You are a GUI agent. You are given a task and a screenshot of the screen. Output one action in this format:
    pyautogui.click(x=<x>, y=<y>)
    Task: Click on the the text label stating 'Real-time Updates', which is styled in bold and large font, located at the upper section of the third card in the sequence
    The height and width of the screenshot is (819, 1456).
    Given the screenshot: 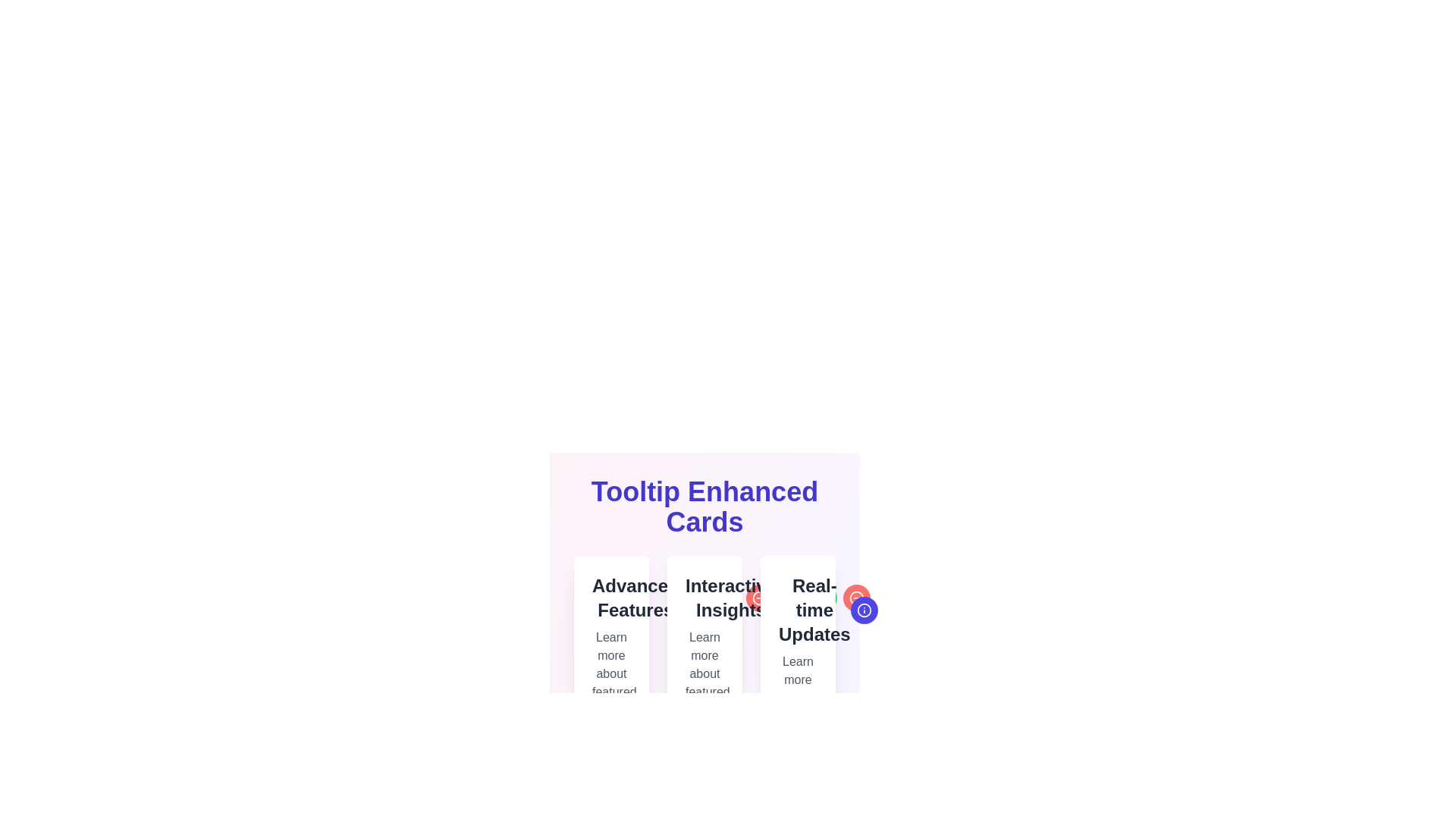 What is the action you would take?
    pyautogui.click(x=797, y=610)
    